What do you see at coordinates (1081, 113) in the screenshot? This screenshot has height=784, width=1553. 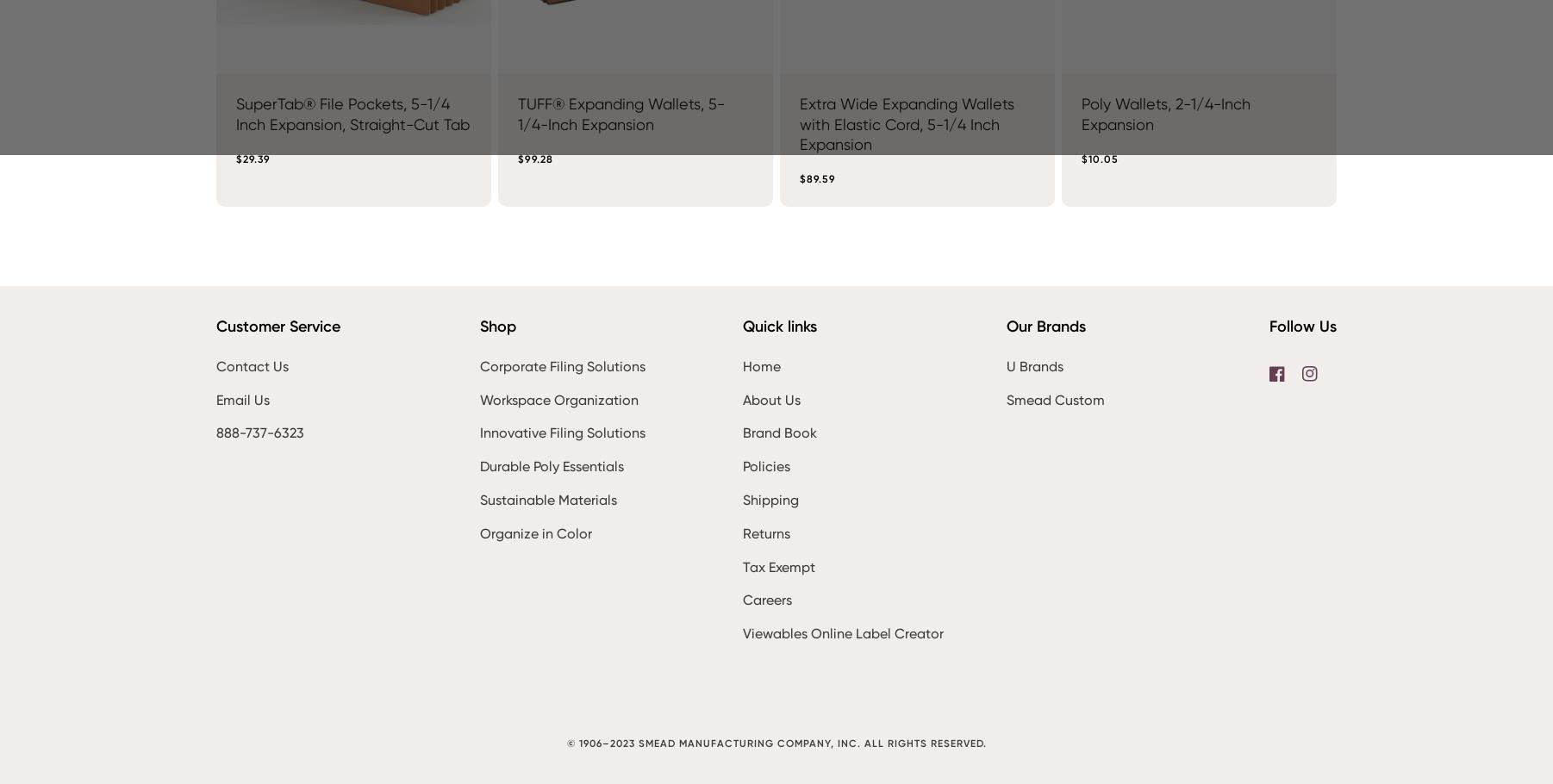 I see `'Poly Wallets, 2-1/4-Inch Expansion'` at bounding box center [1081, 113].